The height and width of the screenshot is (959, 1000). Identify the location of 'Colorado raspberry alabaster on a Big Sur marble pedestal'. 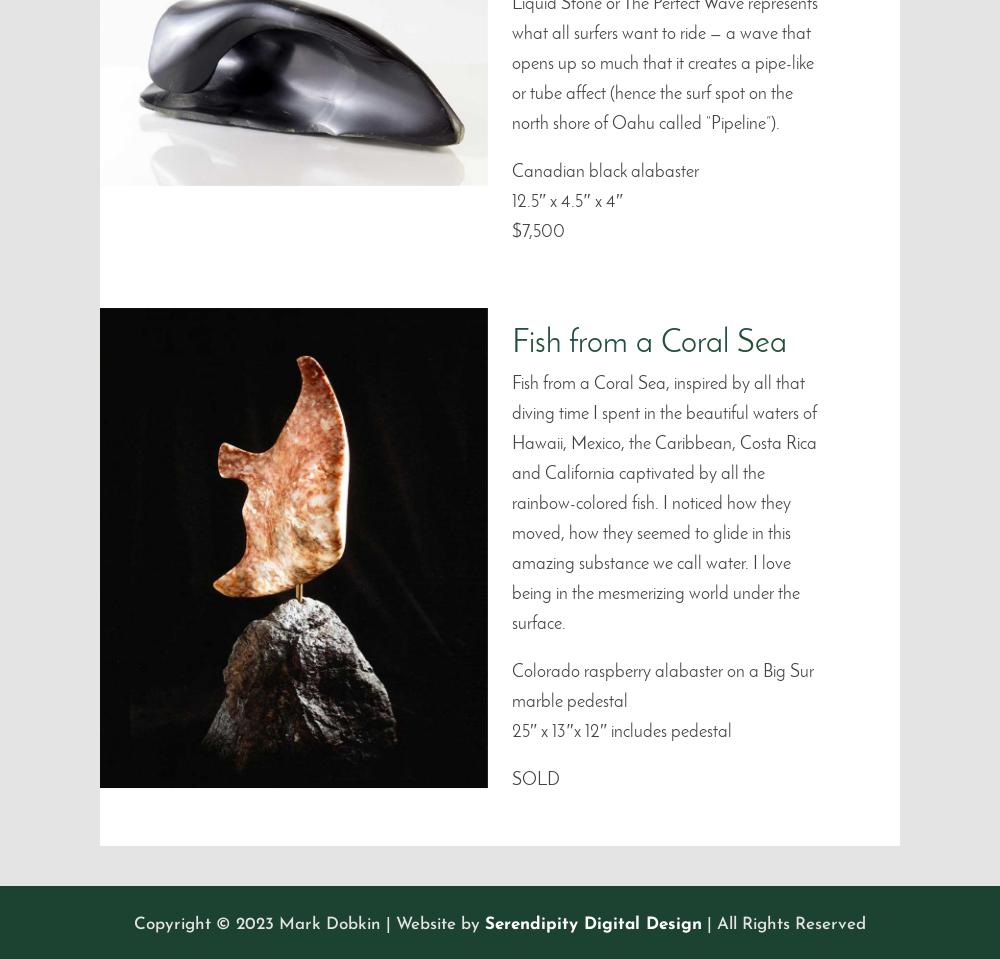
(663, 685).